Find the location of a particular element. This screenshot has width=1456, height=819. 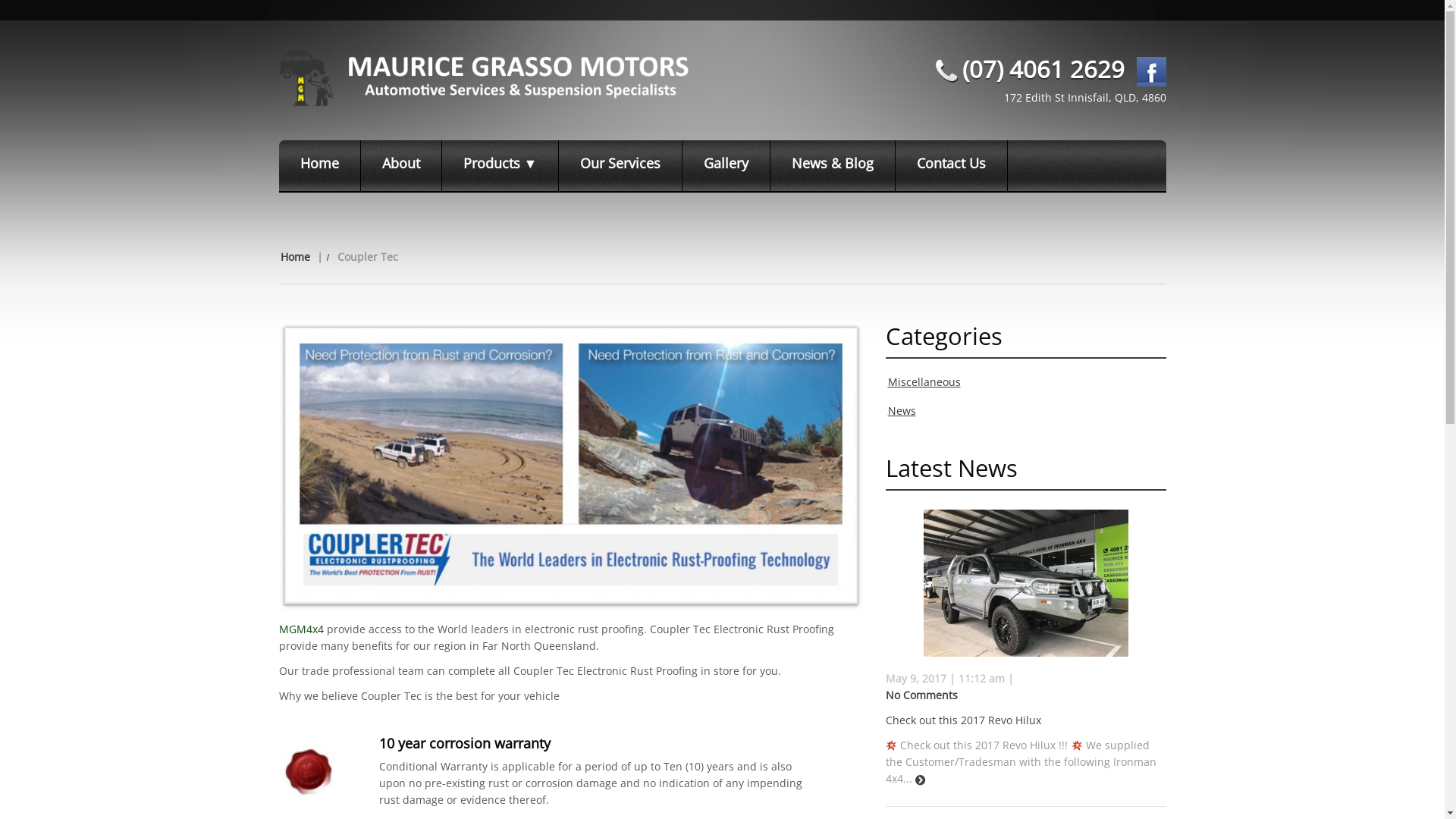

'About' is located at coordinates (401, 165).